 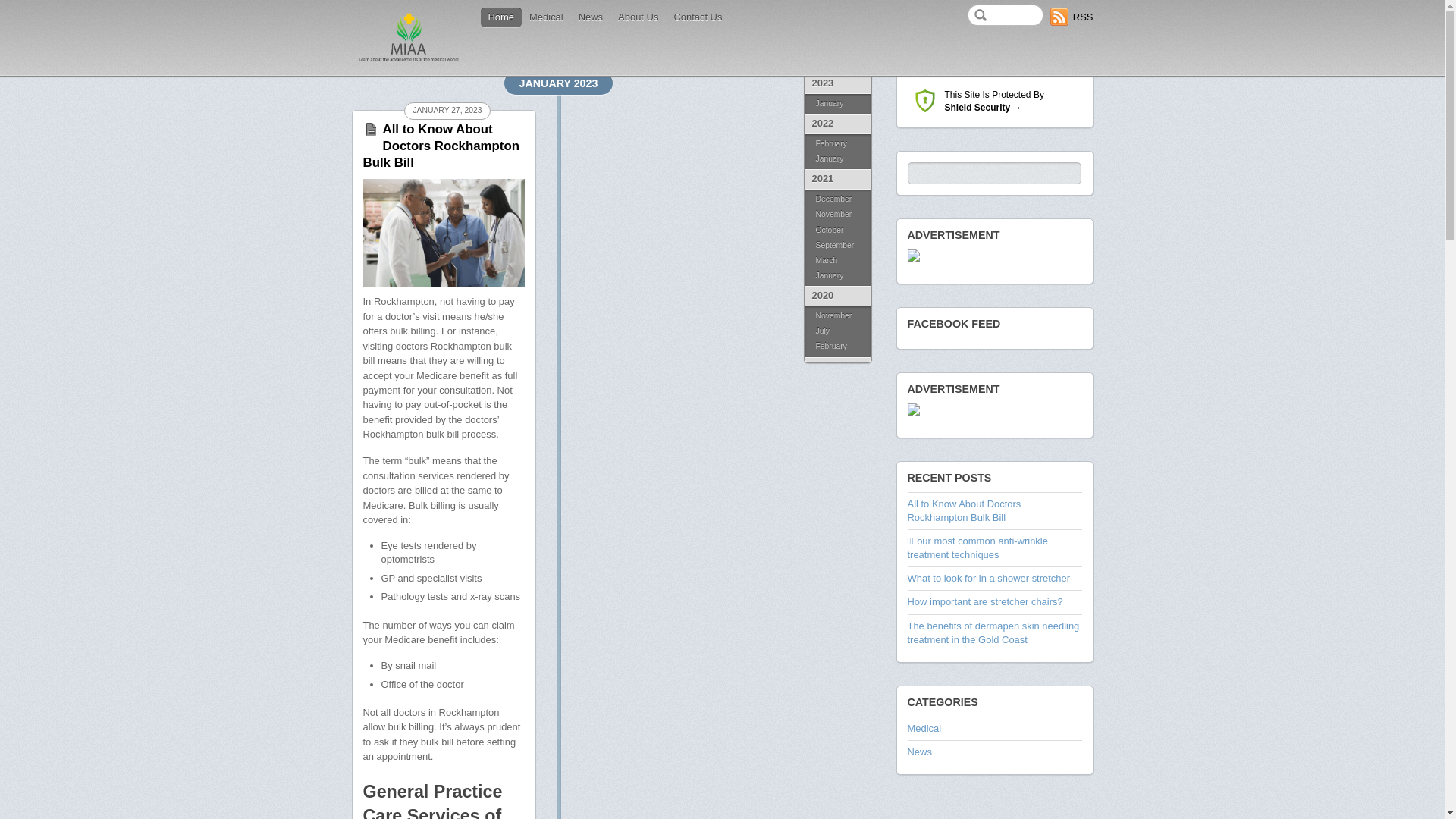 What do you see at coordinates (906, 578) in the screenshot?
I see `'What to look for in a shower stretcher'` at bounding box center [906, 578].